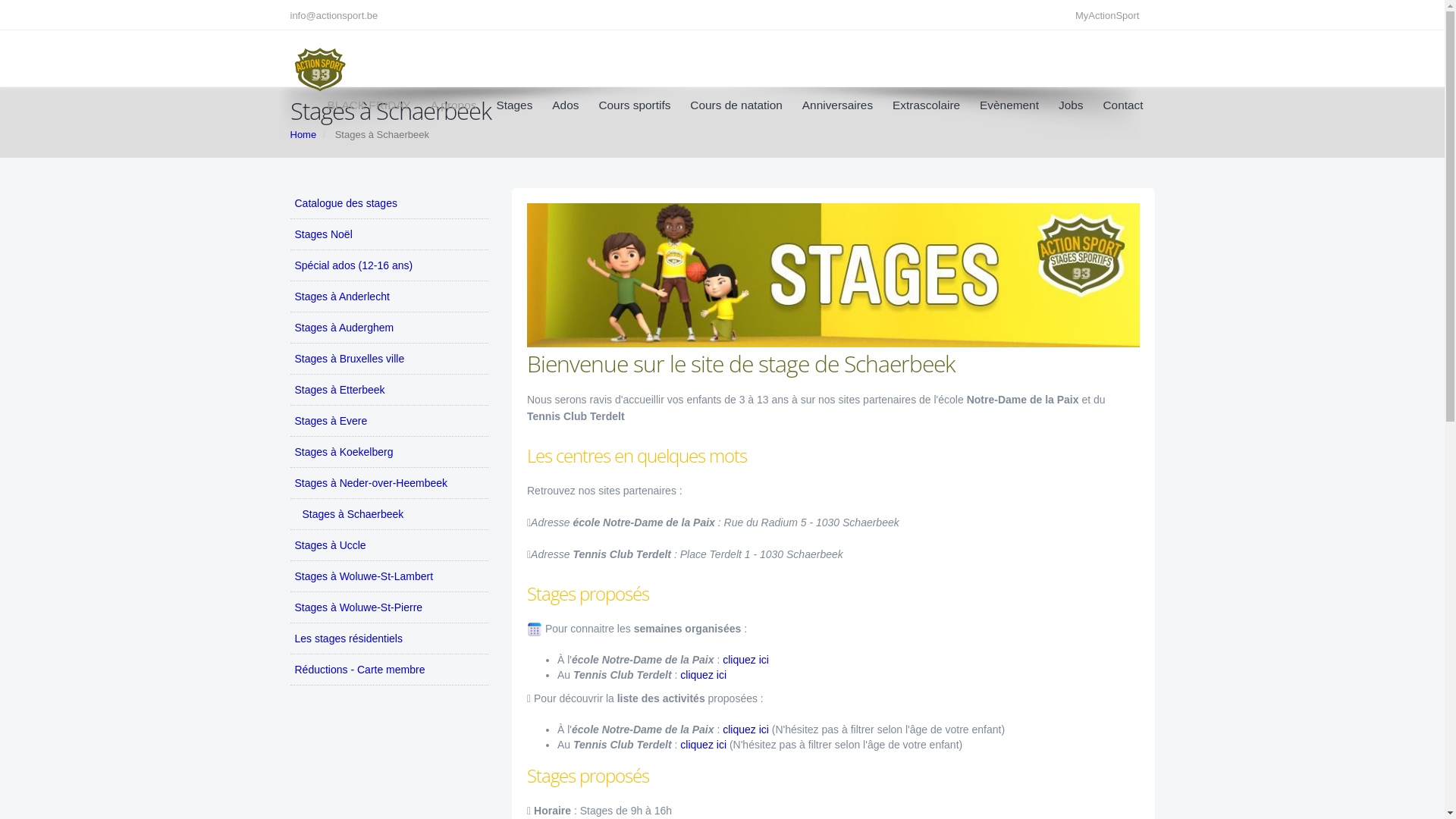 This screenshot has width=1456, height=819. Describe the element at coordinates (453, 104) in the screenshot. I see `'A propos'` at that location.